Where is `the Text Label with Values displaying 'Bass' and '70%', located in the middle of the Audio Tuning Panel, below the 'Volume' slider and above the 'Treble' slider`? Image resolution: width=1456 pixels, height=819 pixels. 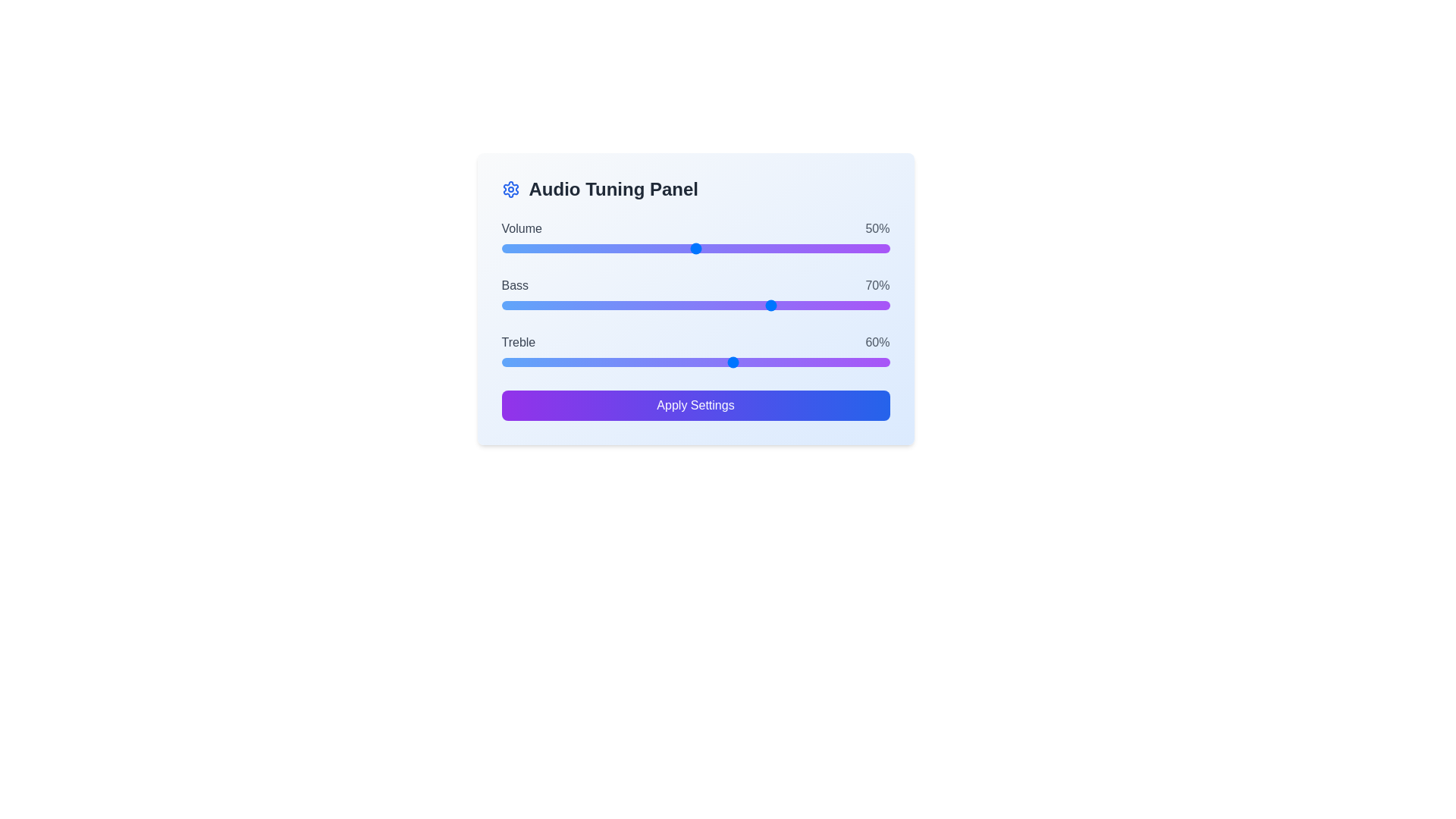
the Text Label with Values displaying 'Bass' and '70%', located in the middle of the Audio Tuning Panel, below the 'Volume' slider and above the 'Treble' slider is located at coordinates (695, 286).